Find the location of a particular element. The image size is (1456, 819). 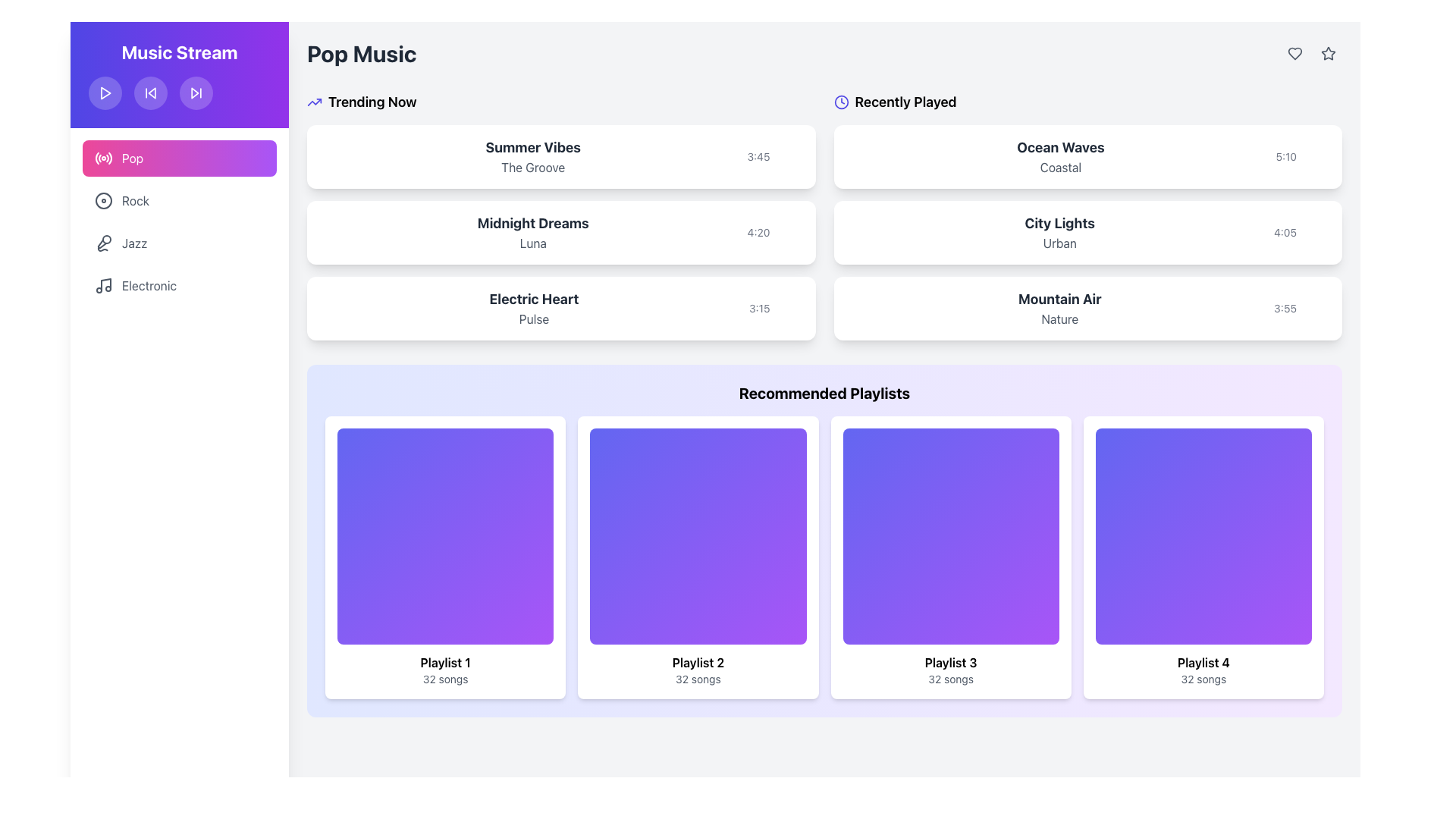

the text label UI component that serves as a title for recently played media, emphasizing its importance and positioned to the right of a clock icon is located at coordinates (905, 102).